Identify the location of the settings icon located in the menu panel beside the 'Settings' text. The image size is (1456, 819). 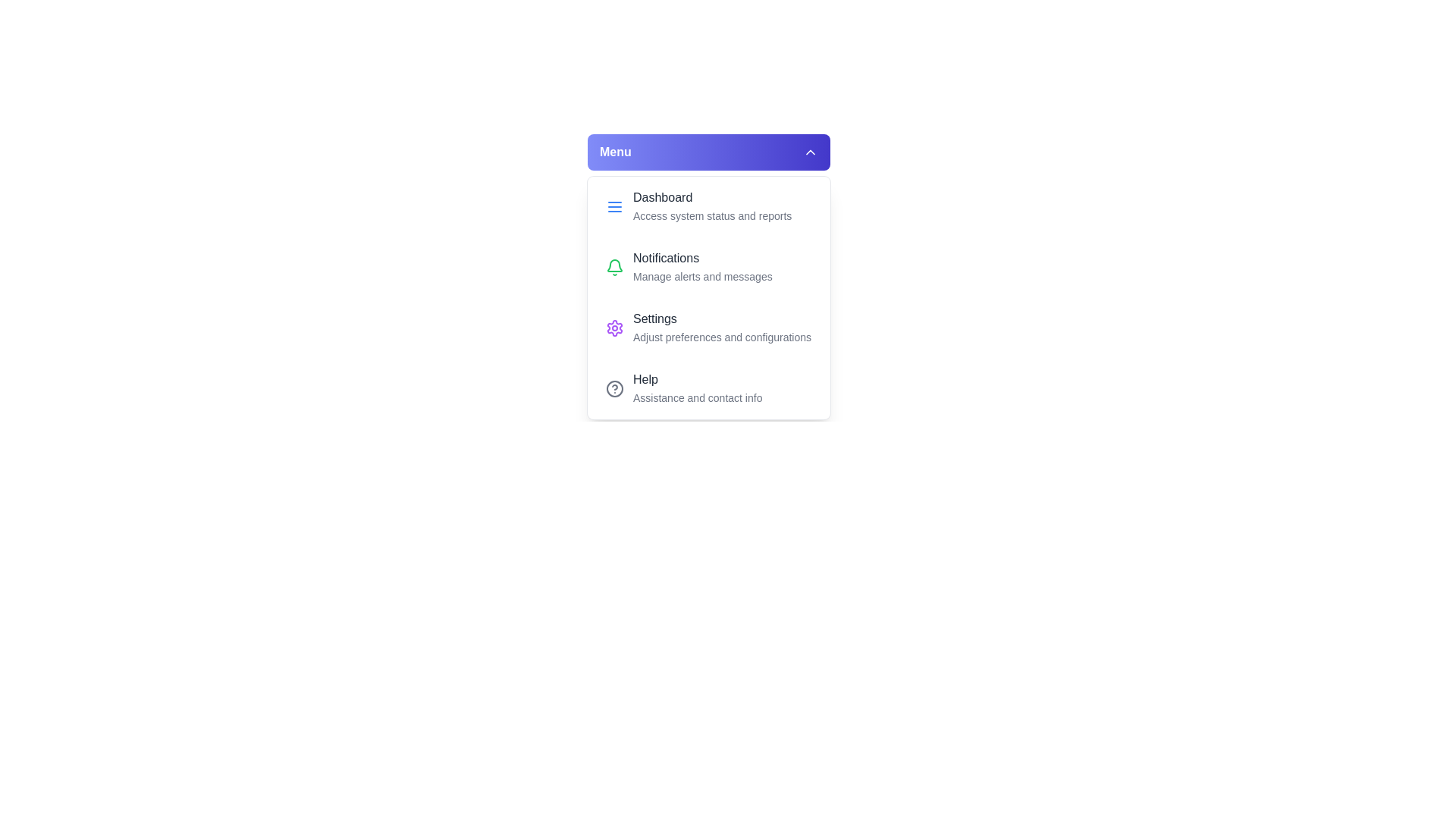
(615, 327).